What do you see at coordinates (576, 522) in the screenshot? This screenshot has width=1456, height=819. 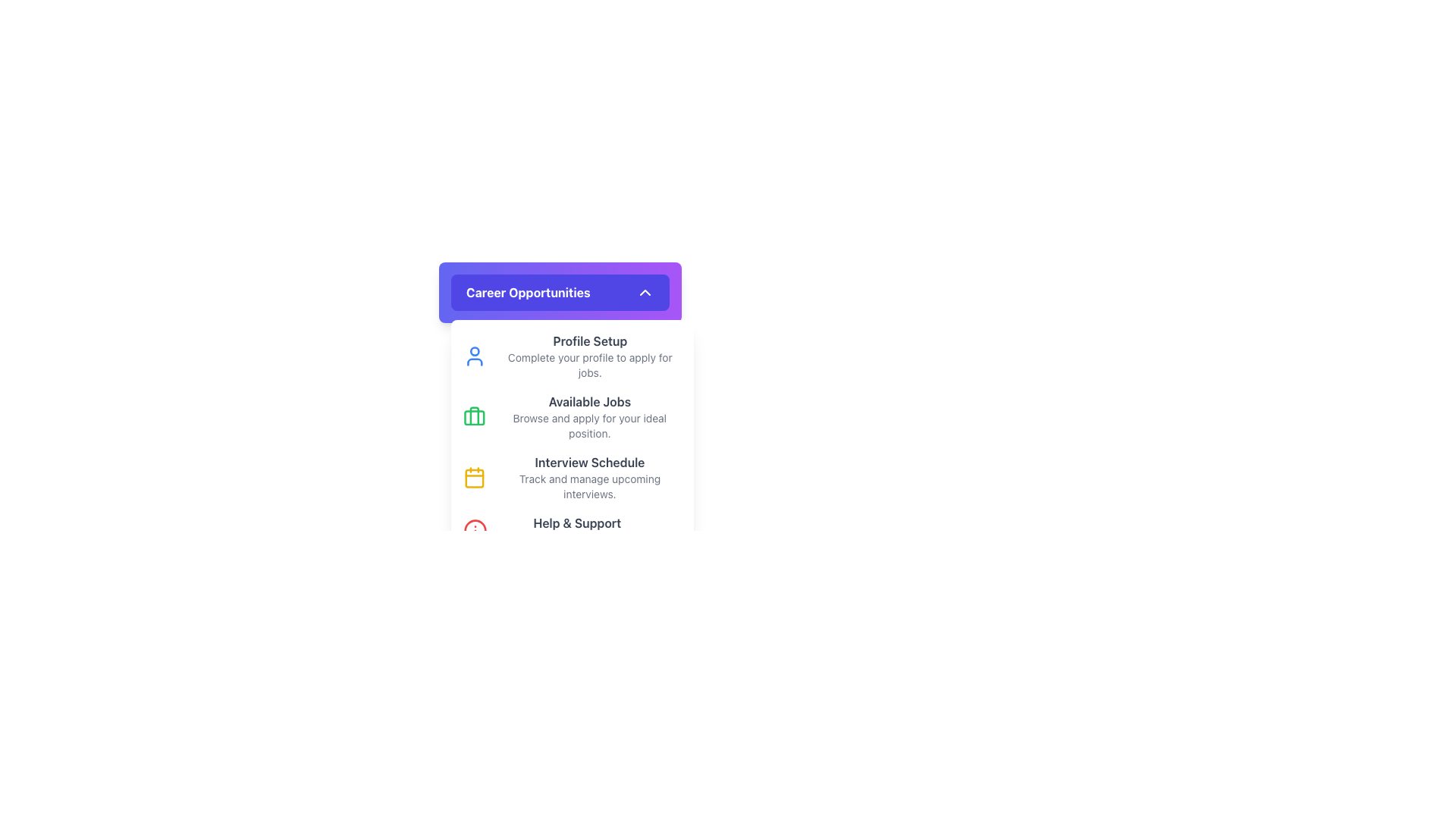 I see `the 'Help & Support' static text label, which is displayed in bold gray font and is the last item in the Career Opportunities menu` at bounding box center [576, 522].